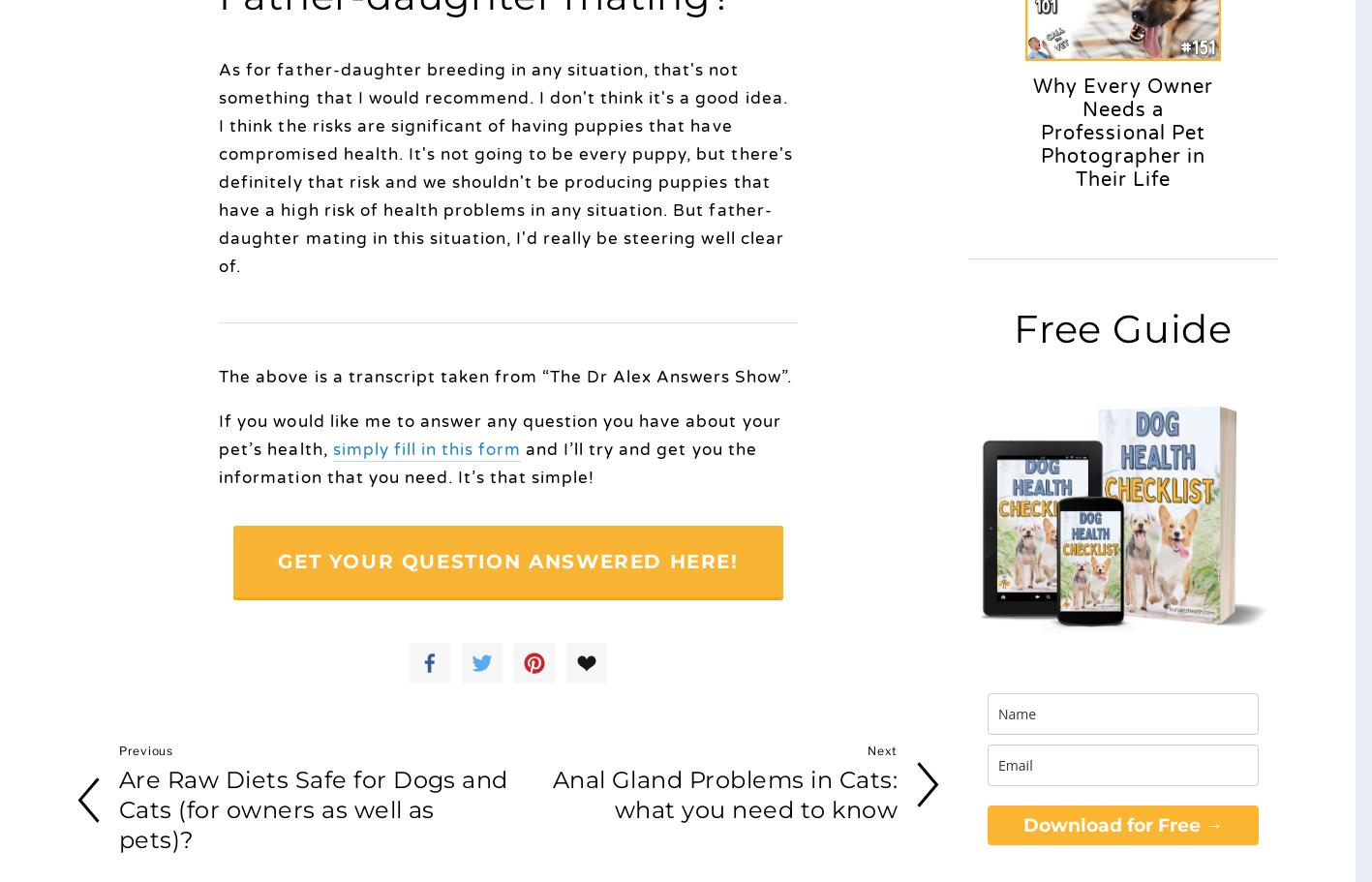  I want to click on 'As for father-daughter breeding in any situation, that's not something that I would recommend. I don't think it's a good idea. I think the risks are significant of having puppies that have compromised health. It's not going to be every puppy, but there's definitely that risk and we shouldn't be producing puppies that have a high risk of health problems in any situation. But father-daughter mating in this situation, I'd really be steering well clear of.', so click(507, 167).